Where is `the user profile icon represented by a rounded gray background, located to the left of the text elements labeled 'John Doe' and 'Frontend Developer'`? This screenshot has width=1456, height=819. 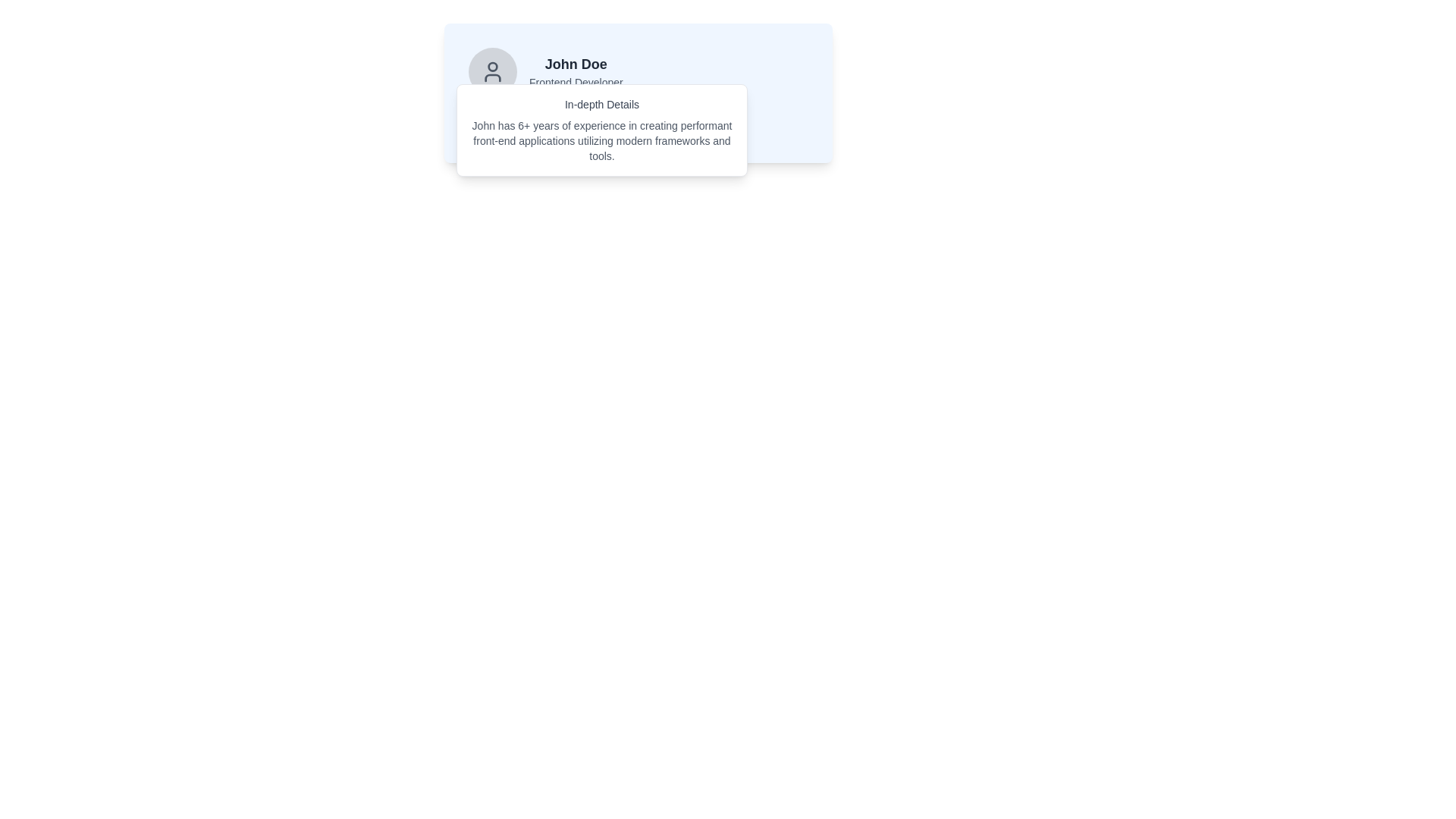
the user profile icon represented by a rounded gray background, located to the left of the text elements labeled 'John Doe' and 'Frontend Developer' is located at coordinates (492, 72).